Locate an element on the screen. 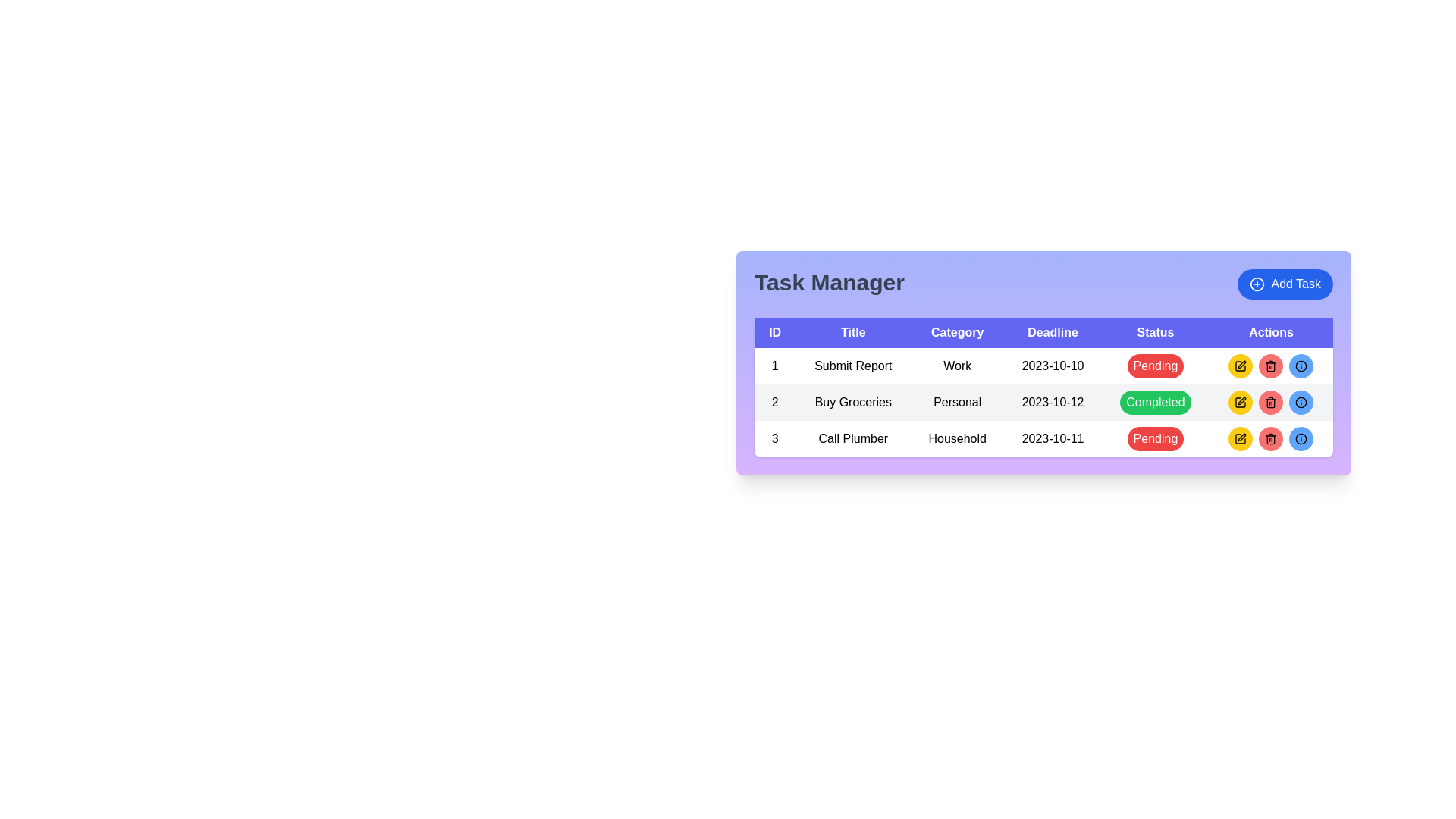 The image size is (1456, 819). the middle icon with a red background in the 'Actions' field of the 'Task Manager' table associated with the task 'Buy Groceries' to initiate a delete action is located at coordinates (1271, 402).